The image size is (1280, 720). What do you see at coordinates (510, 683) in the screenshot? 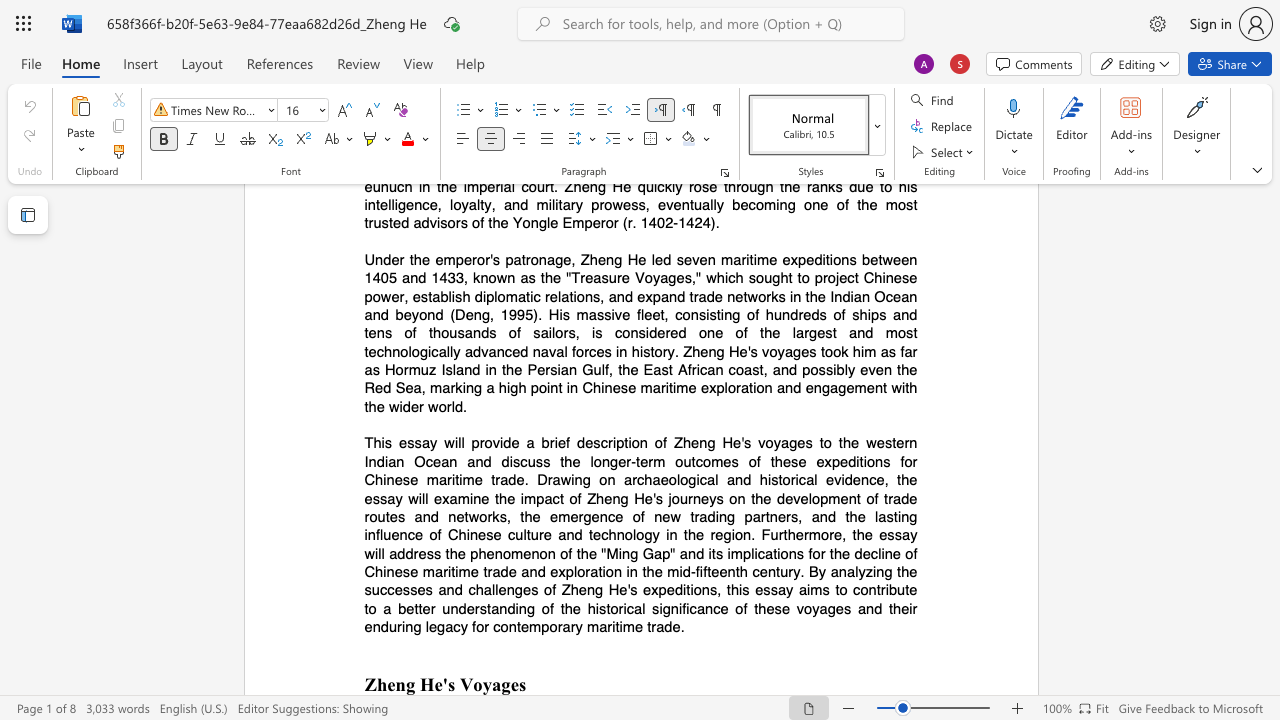
I see `the subset text "es" within the text "Zheng He"` at bounding box center [510, 683].